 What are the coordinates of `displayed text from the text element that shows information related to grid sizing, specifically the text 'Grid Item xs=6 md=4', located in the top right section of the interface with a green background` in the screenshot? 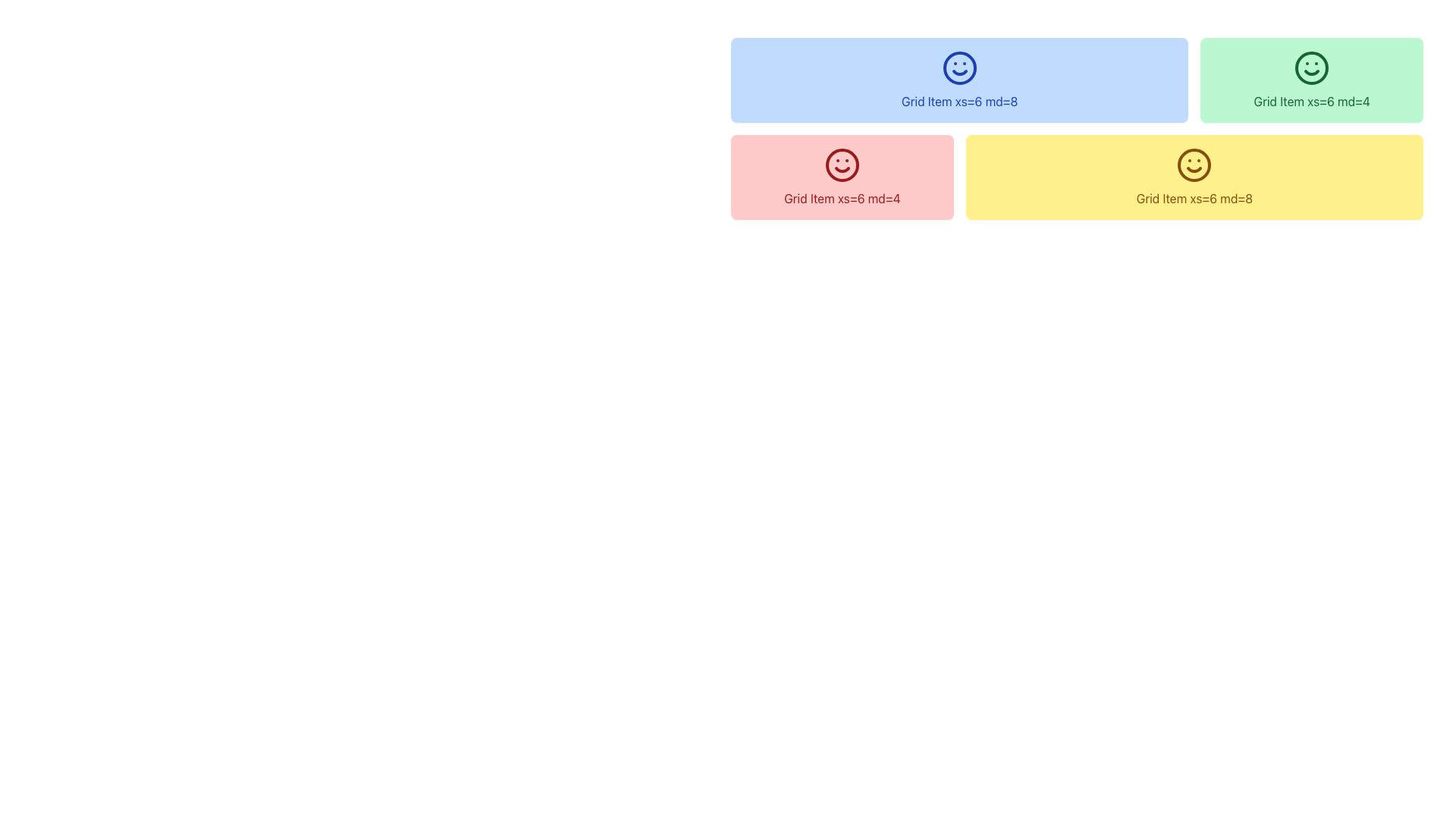 It's located at (1337, 102).